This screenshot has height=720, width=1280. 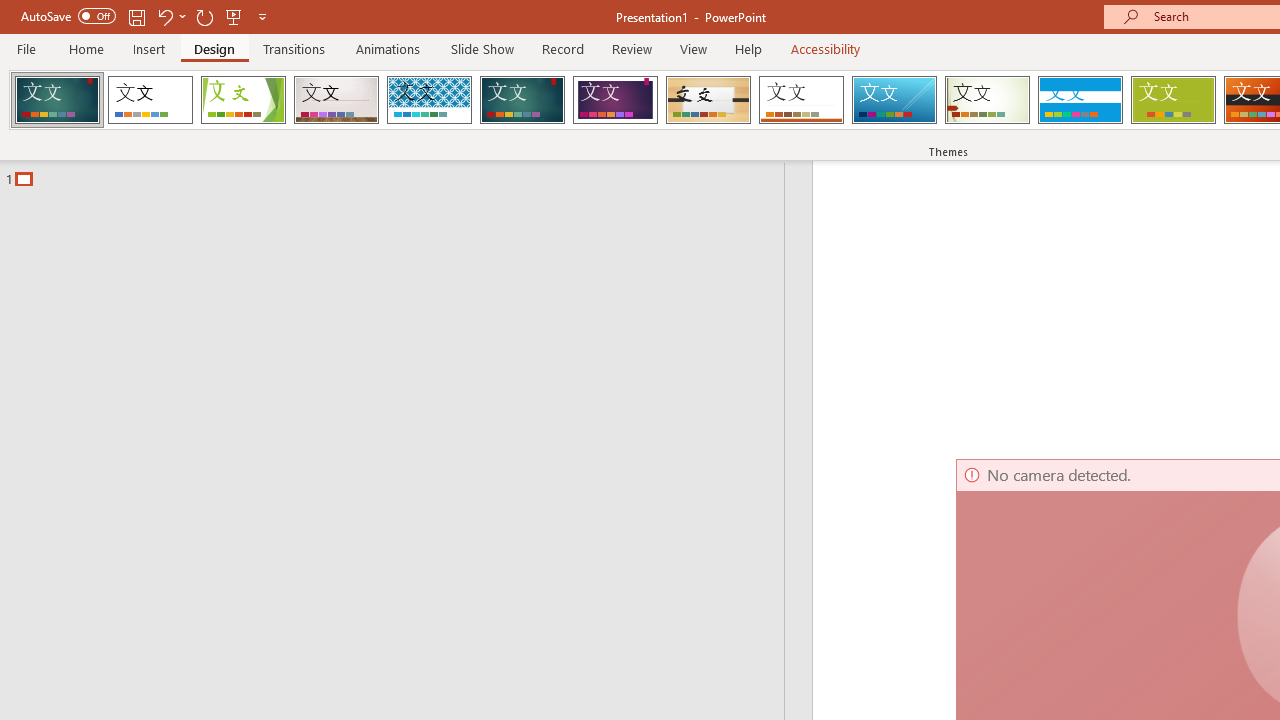 What do you see at coordinates (826, 48) in the screenshot?
I see `'Accessibility'` at bounding box center [826, 48].